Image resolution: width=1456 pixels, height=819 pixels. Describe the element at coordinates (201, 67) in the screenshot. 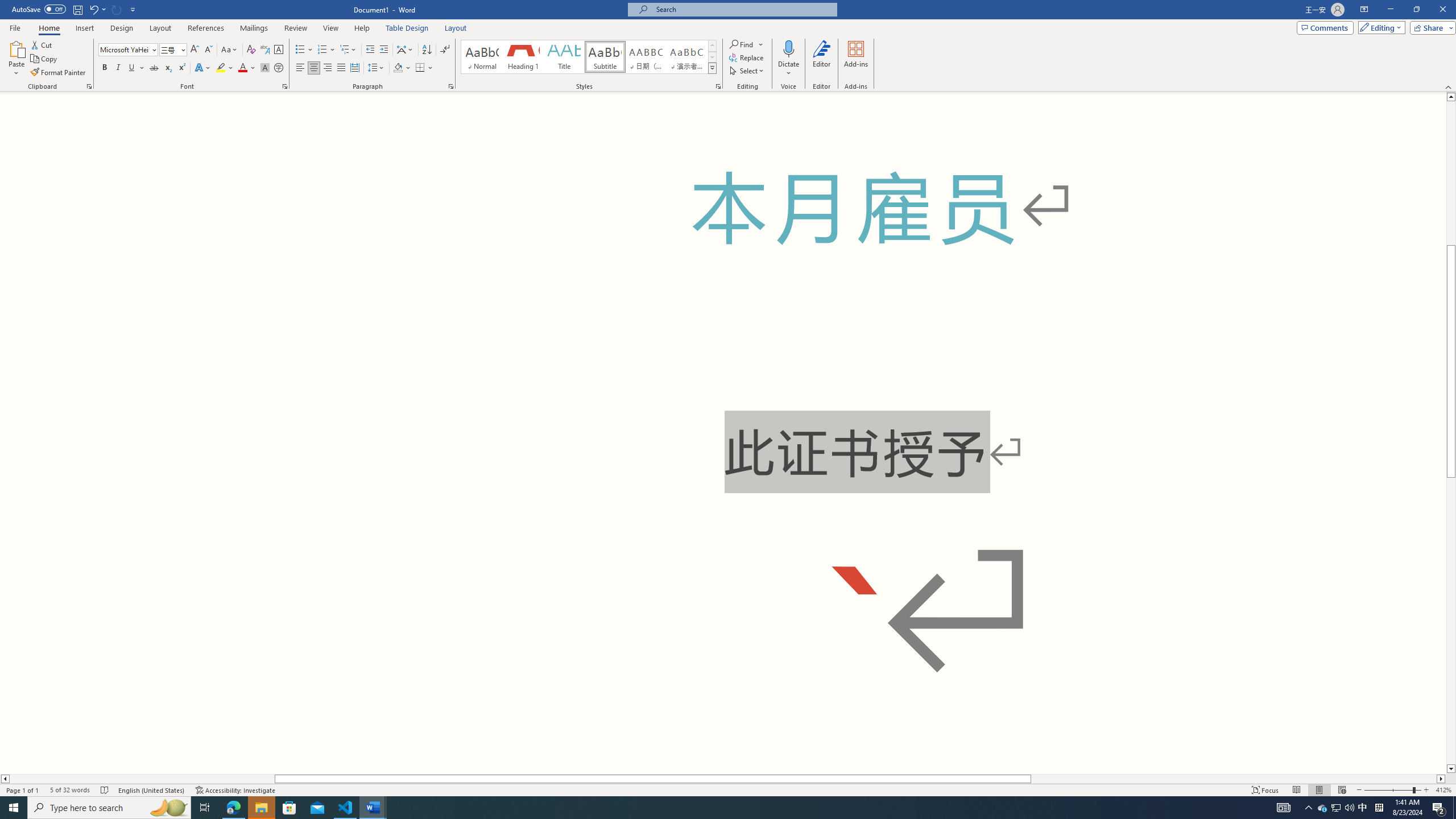

I see `'Text Effects and Typography'` at that location.